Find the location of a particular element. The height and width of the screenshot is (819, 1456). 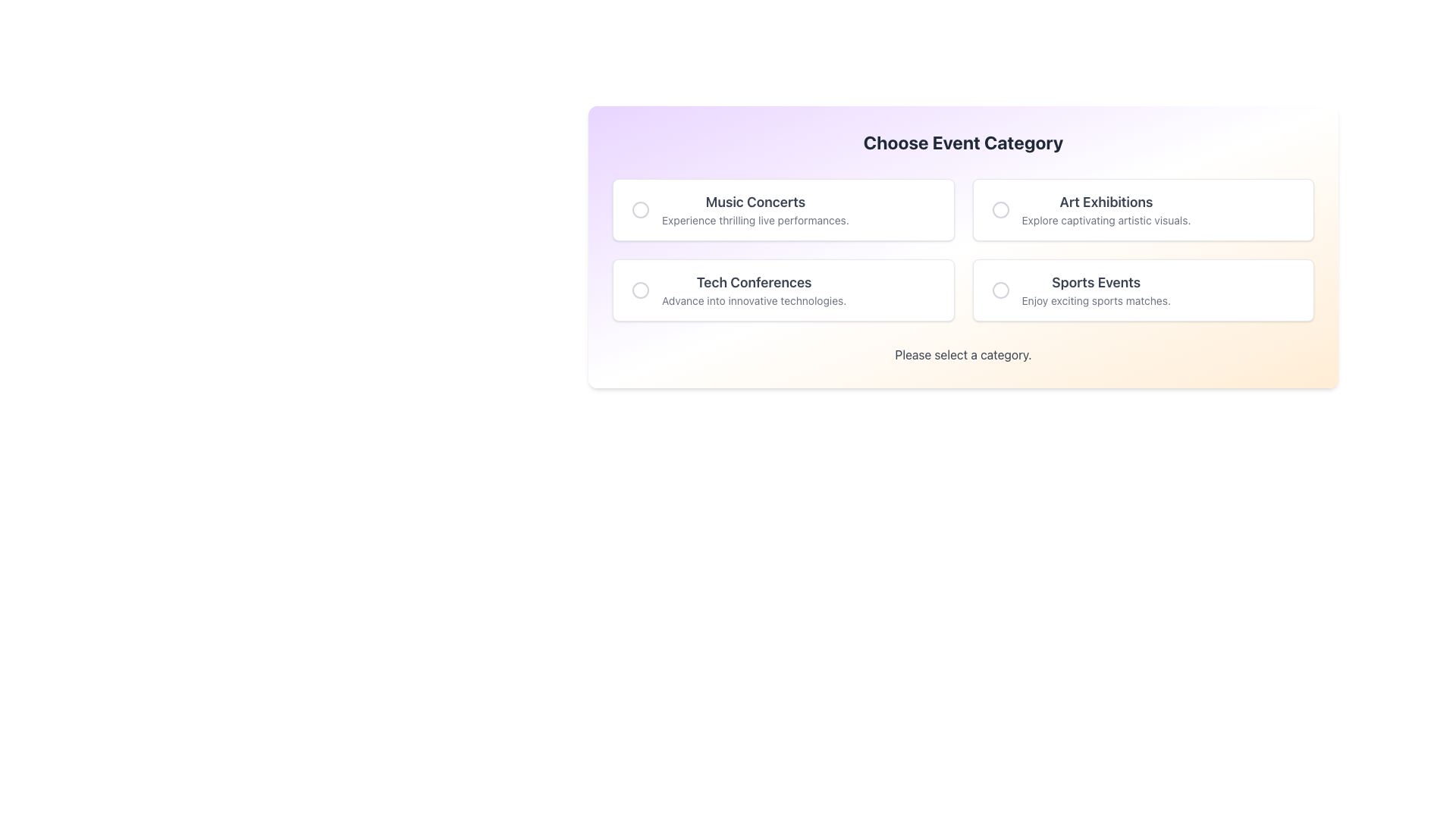

the text label displaying 'Tech Conferences' in a bold font, located in the lower-left quadrant of the card layout is located at coordinates (754, 283).